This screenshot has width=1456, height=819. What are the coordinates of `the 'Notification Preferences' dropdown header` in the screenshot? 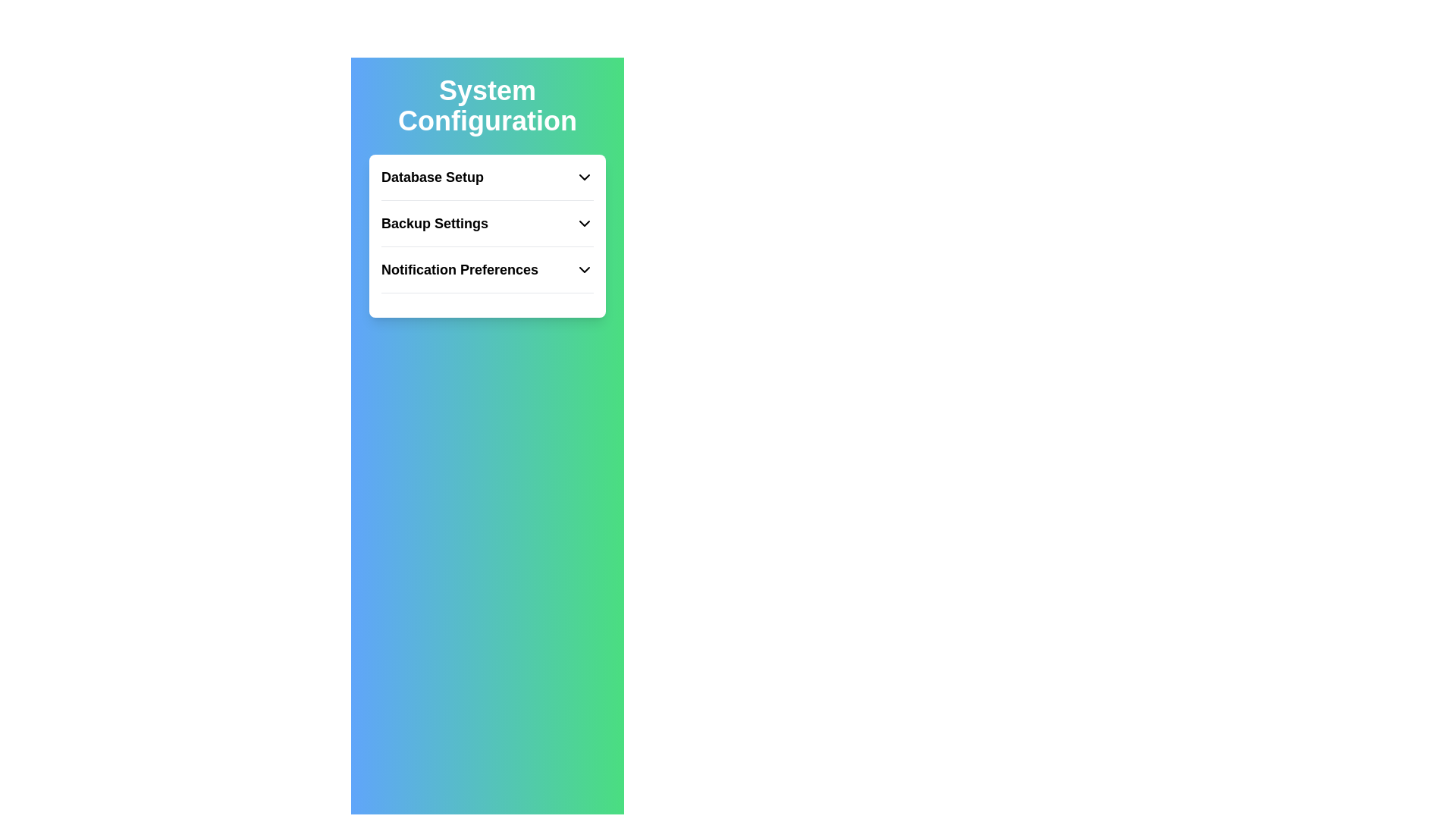 It's located at (488, 276).